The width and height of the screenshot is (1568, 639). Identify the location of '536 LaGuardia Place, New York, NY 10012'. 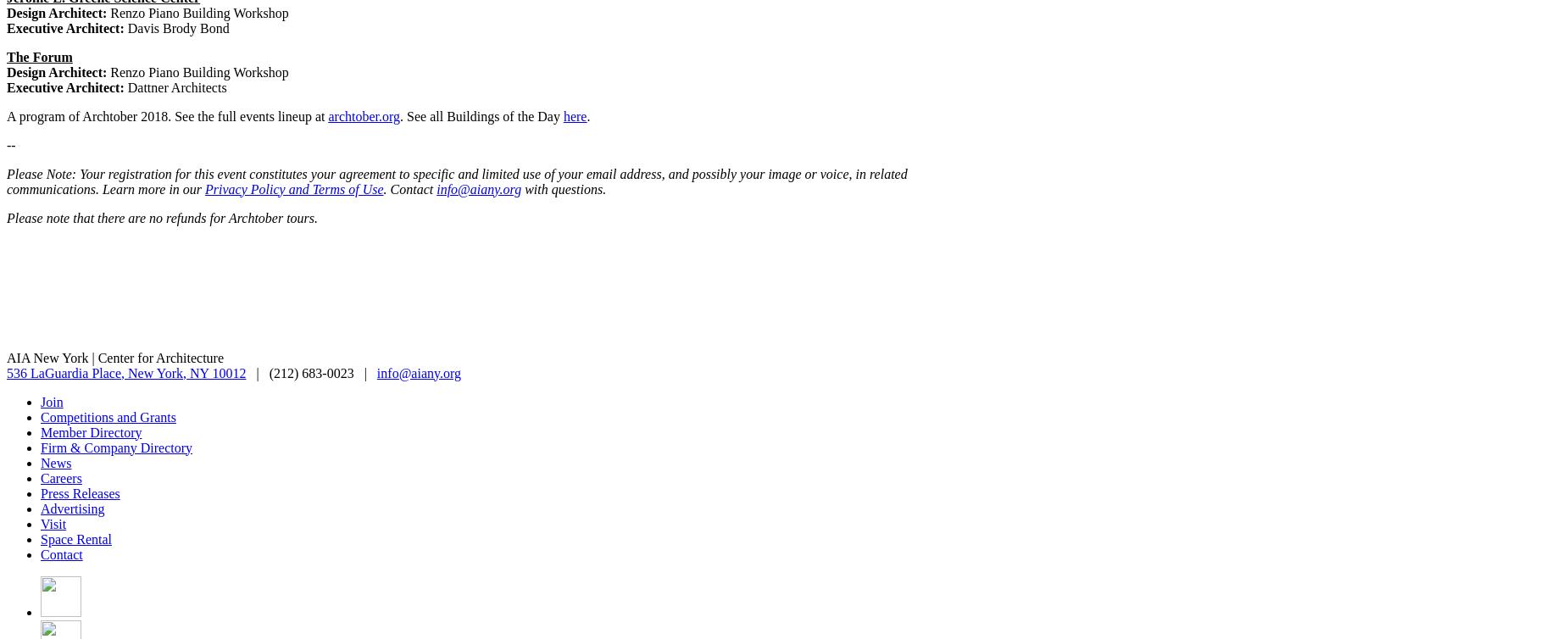
(125, 372).